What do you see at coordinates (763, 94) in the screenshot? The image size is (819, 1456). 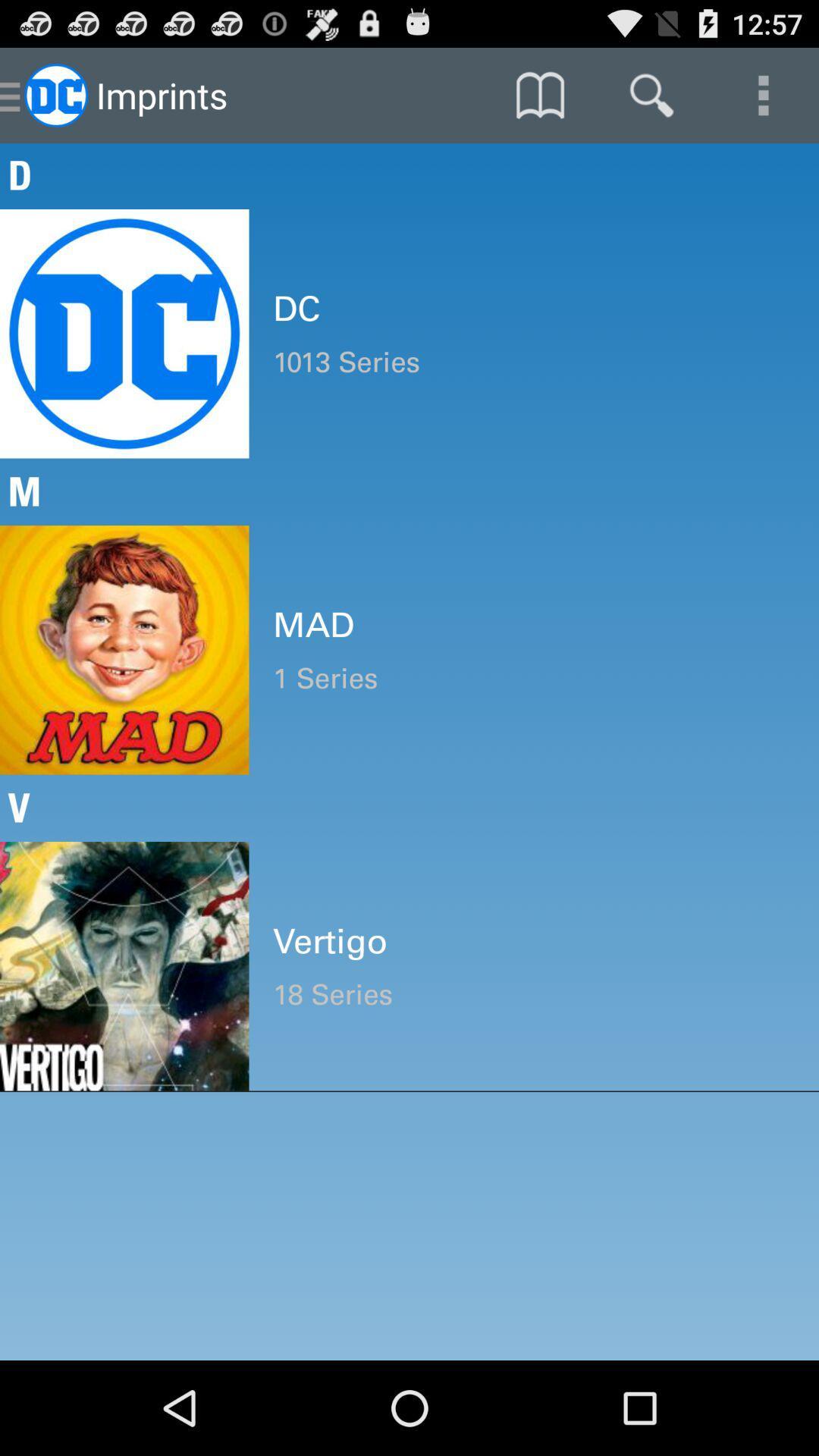 I see `item above the d icon` at bounding box center [763, 94].